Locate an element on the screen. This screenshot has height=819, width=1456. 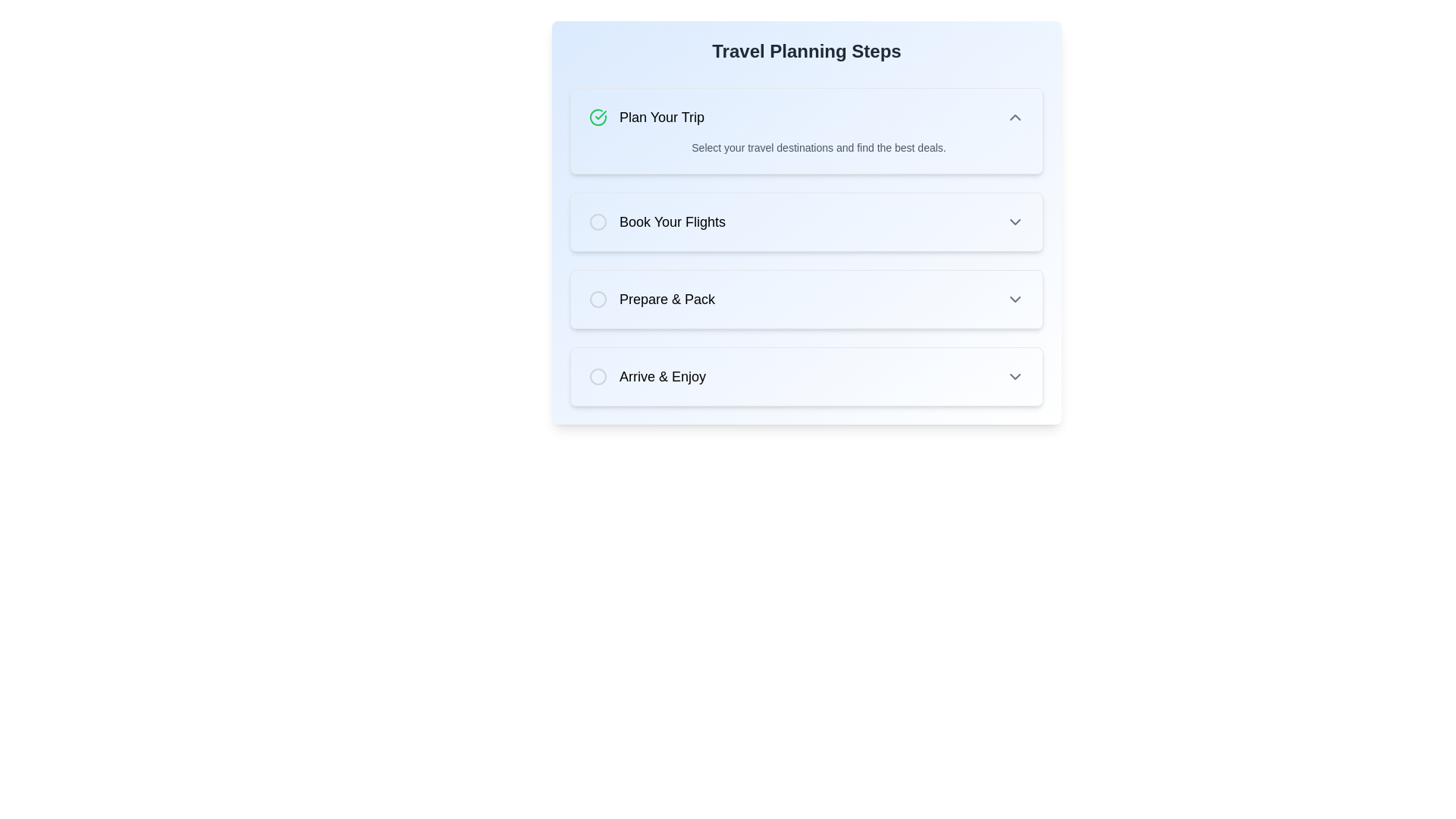
the 'Plan Your Trip' text block accompanied by a green checkmark icon, which is the first item in the 'Travel Planning Steps' section is located at coordinates (647, 116).